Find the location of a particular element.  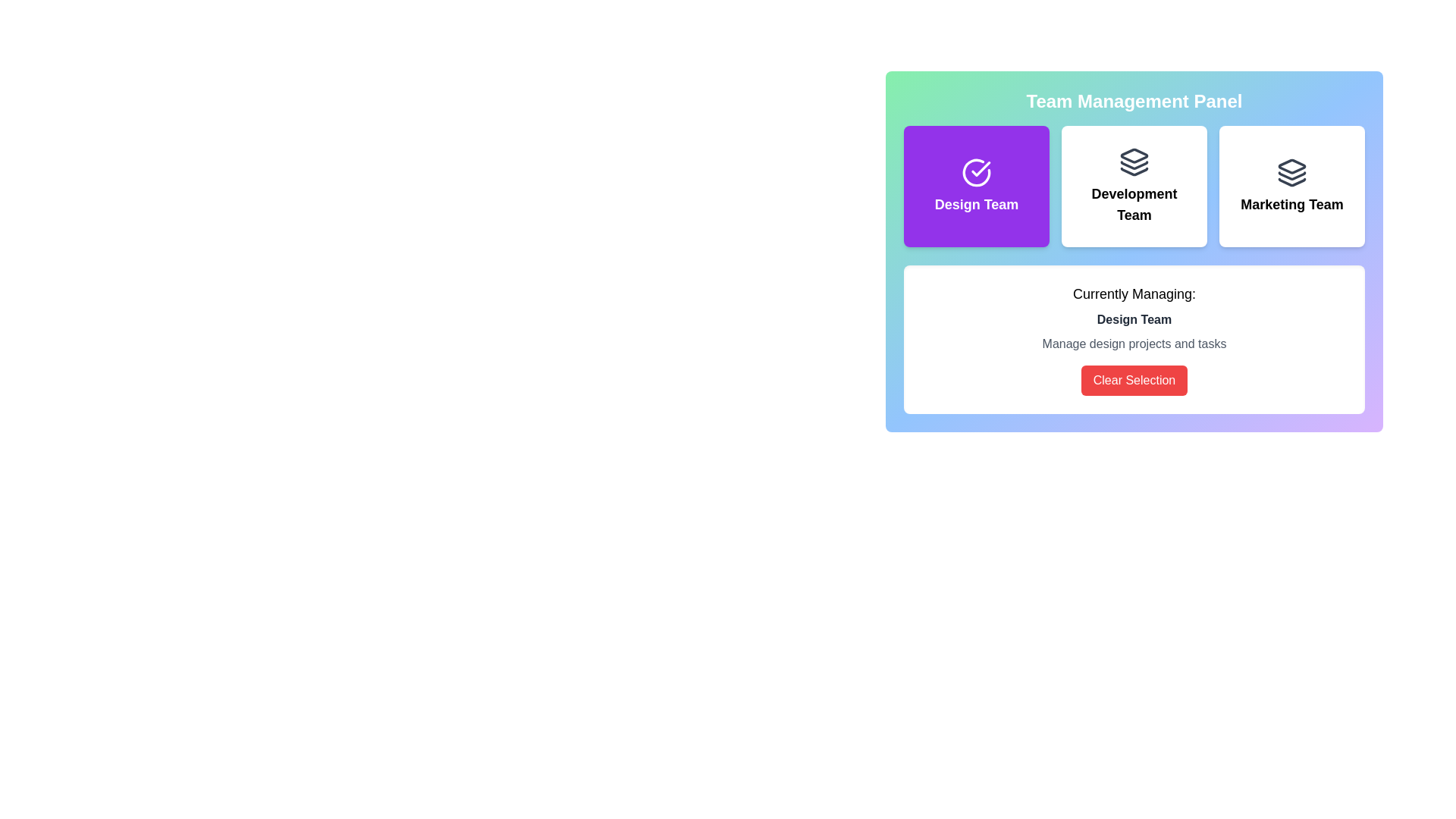

informational Text label that provides context about the 'Design Team' selection, located below the 'Design Team' text and above the 'Clear Selection' button is located at coordinates (1134, 344).